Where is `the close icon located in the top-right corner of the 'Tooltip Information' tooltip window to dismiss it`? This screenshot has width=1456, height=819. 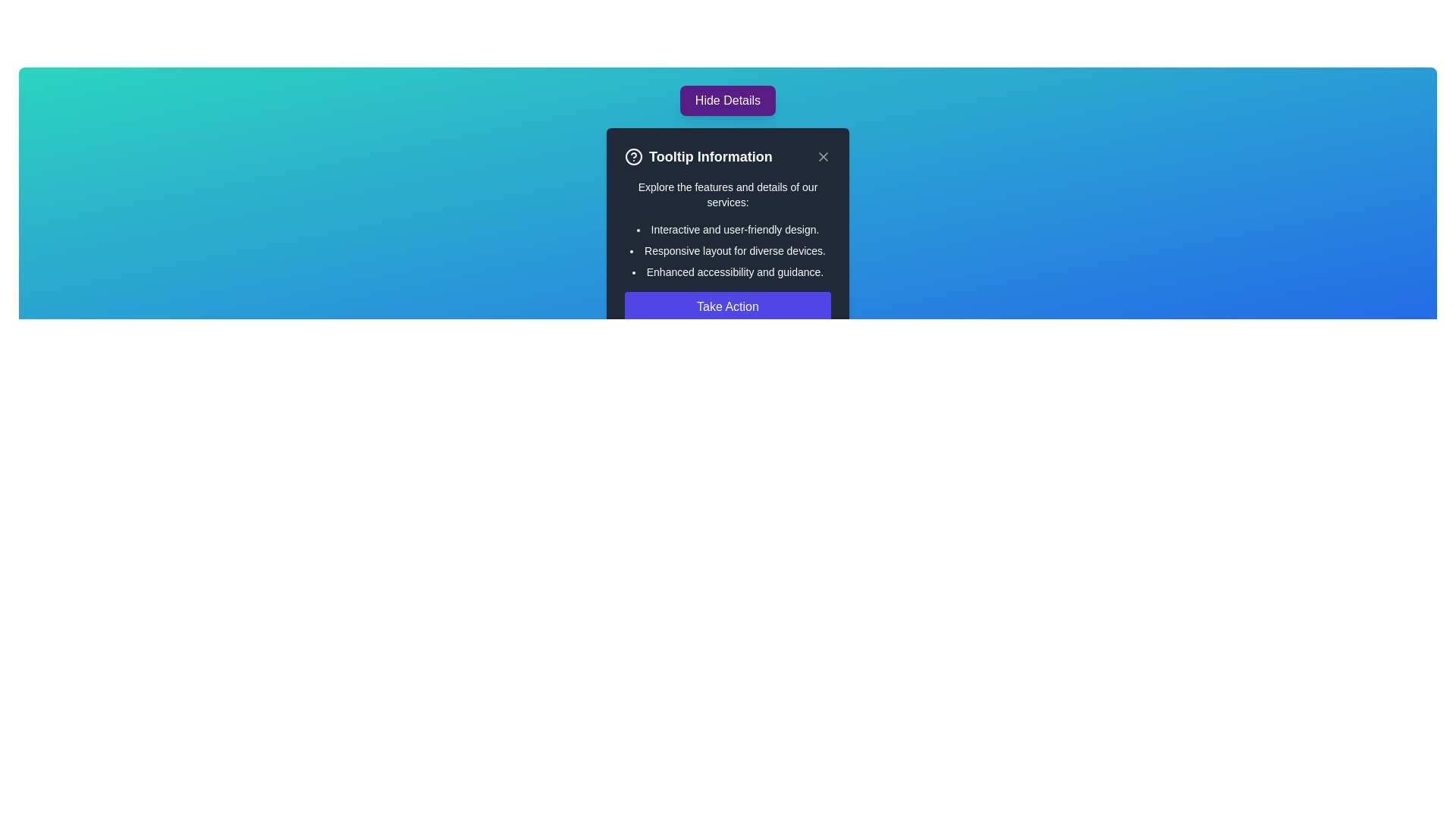
the close icon located in the top-right corner of the 'Tooltip Information' tooltip window to dismiss it is located at coordinates (822, 157).